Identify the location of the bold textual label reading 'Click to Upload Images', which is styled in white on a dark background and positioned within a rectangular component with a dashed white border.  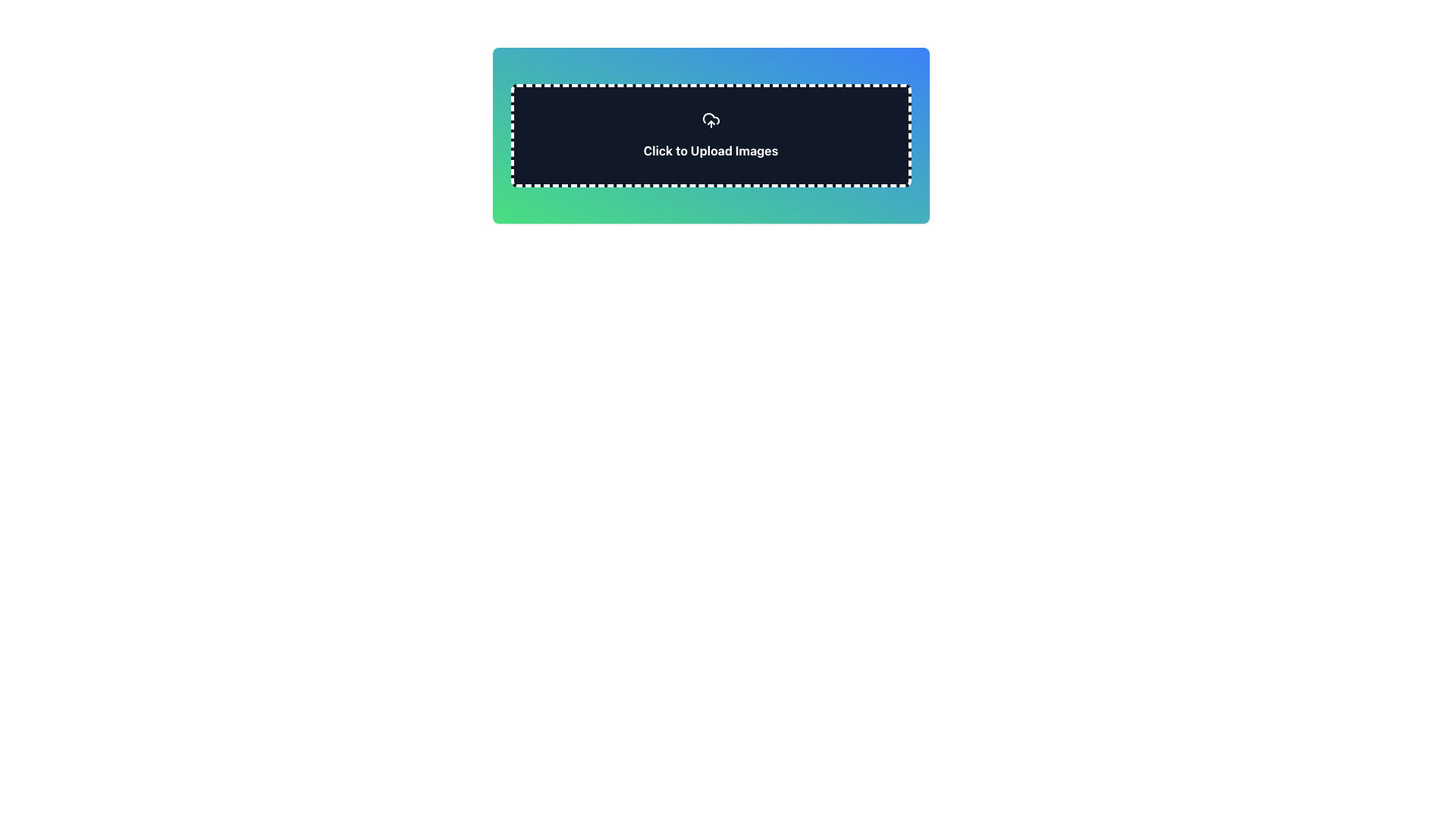
(710, 151).